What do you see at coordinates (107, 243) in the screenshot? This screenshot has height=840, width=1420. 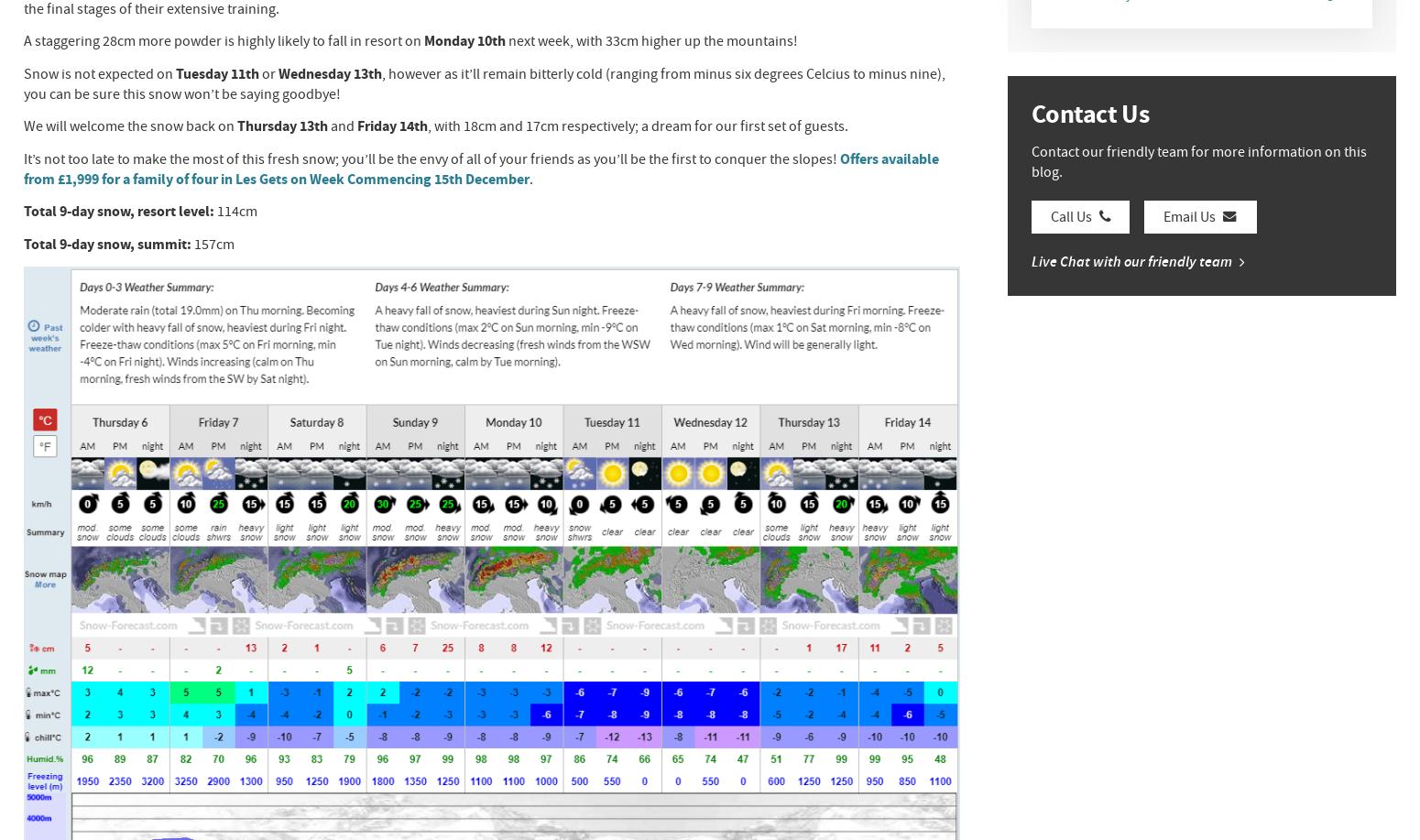 I see `'Total 9-day snow, summit:'` at bounding box center [107, 243].